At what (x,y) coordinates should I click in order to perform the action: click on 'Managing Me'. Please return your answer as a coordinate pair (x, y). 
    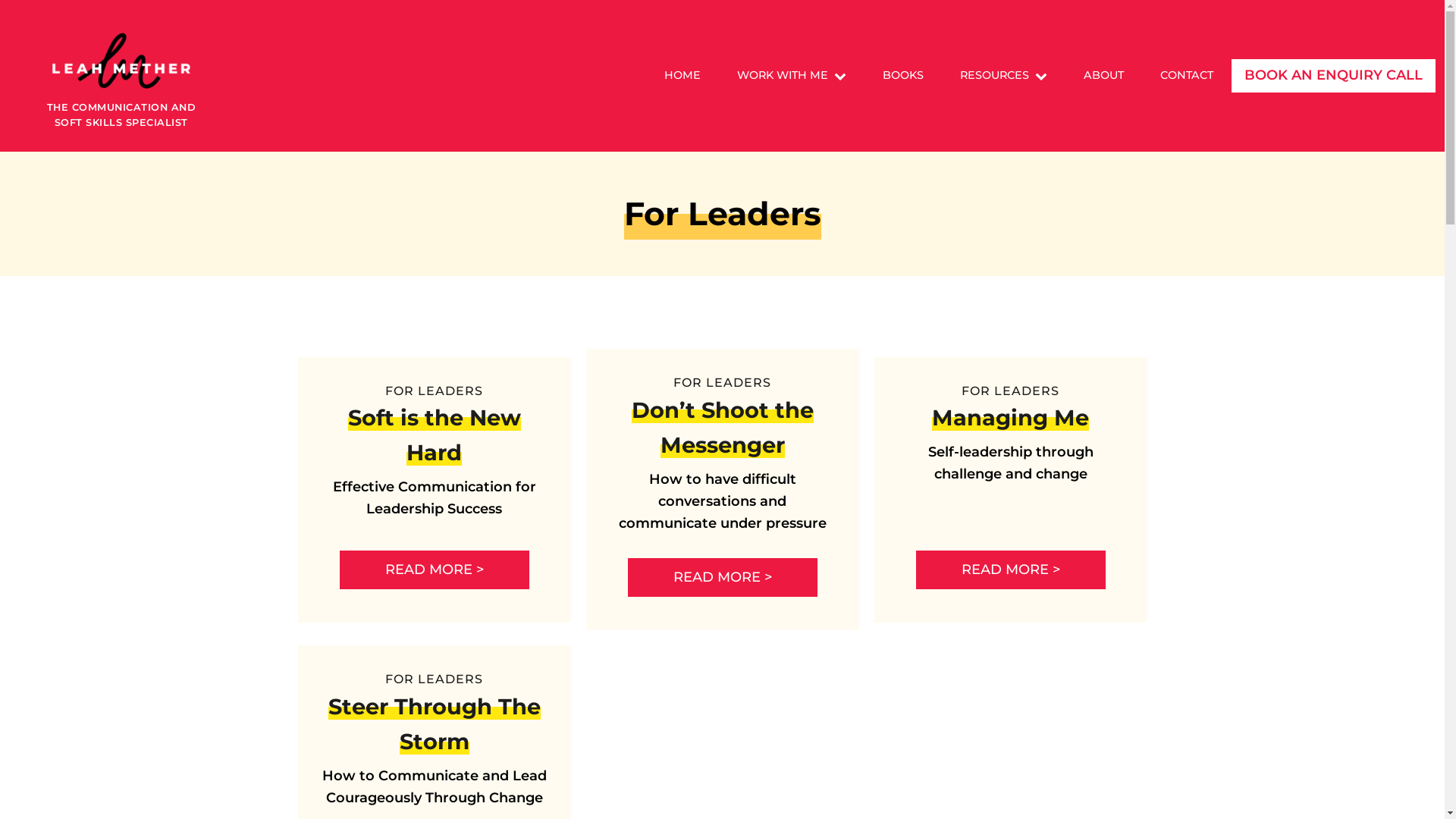
    Looking at the image, I should click on (1010, 417).